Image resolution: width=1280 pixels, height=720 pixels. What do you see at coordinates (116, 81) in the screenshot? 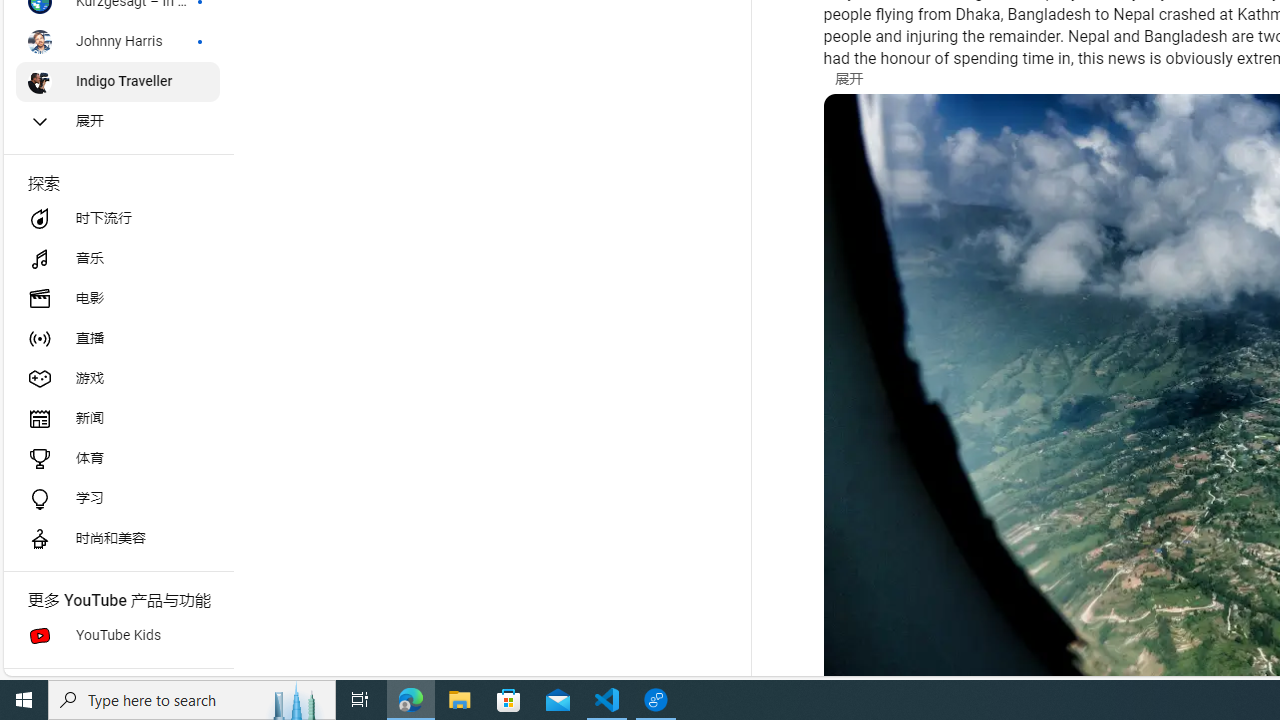
I see `'Indigo Traveller'` at bounding box center [116, 81].